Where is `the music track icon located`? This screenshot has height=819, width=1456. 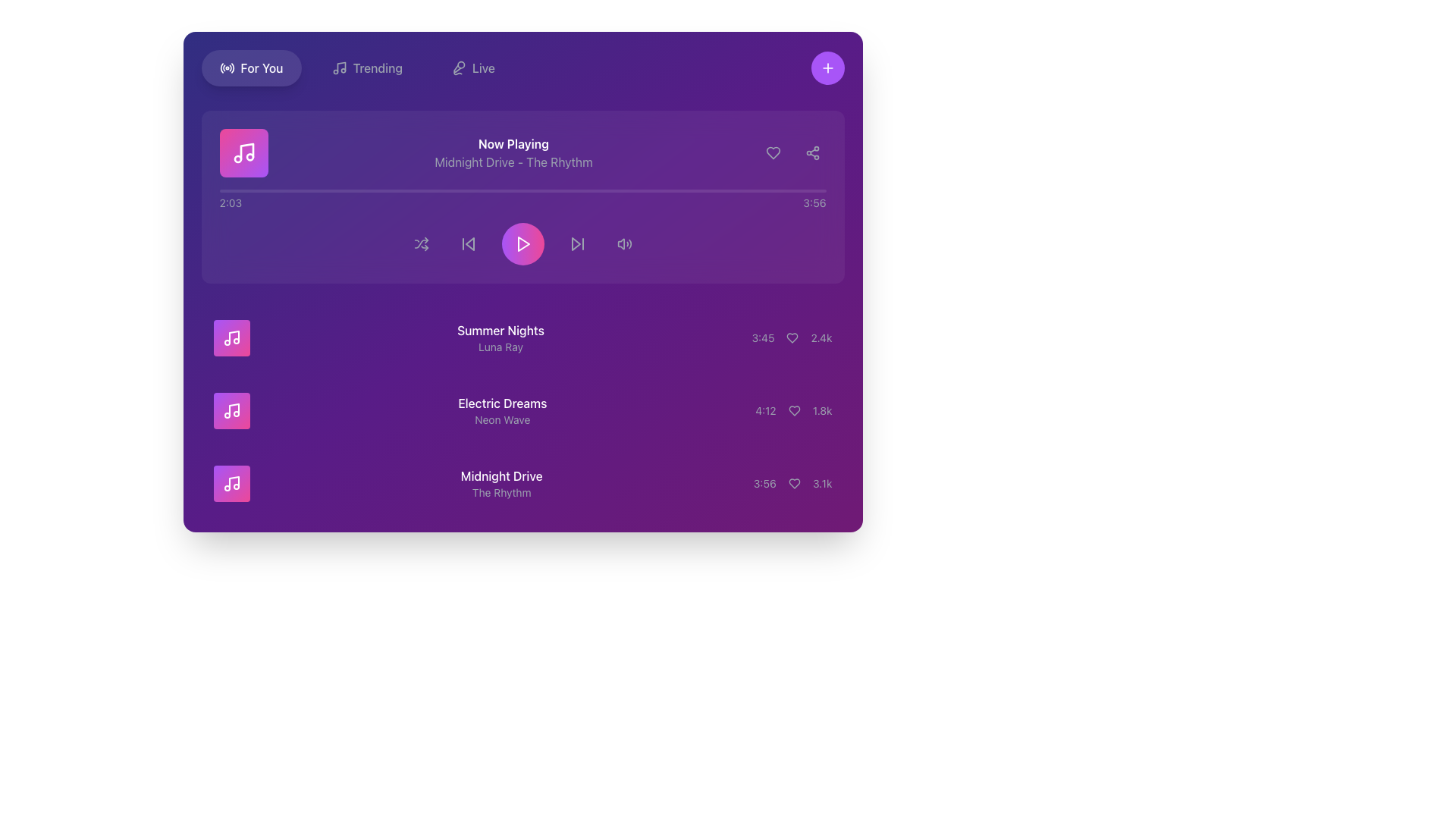 the music track icon located is located at coordinates (243, 152).